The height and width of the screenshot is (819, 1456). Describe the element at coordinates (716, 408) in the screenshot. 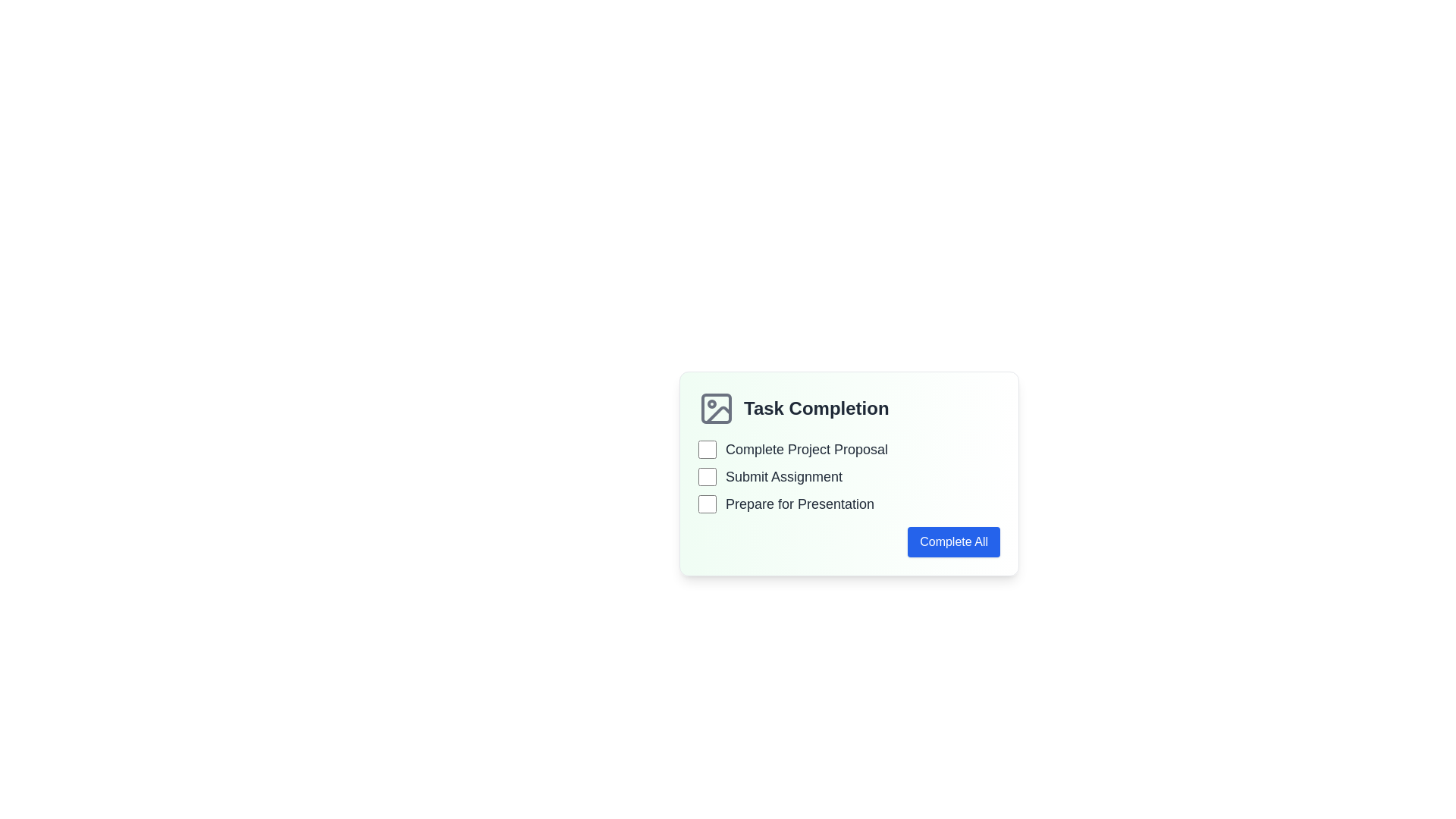

I see `the SVG Icon that is positioned to the left of the 'Task Completion' heading, serving as a decorative element for task management` at that location.